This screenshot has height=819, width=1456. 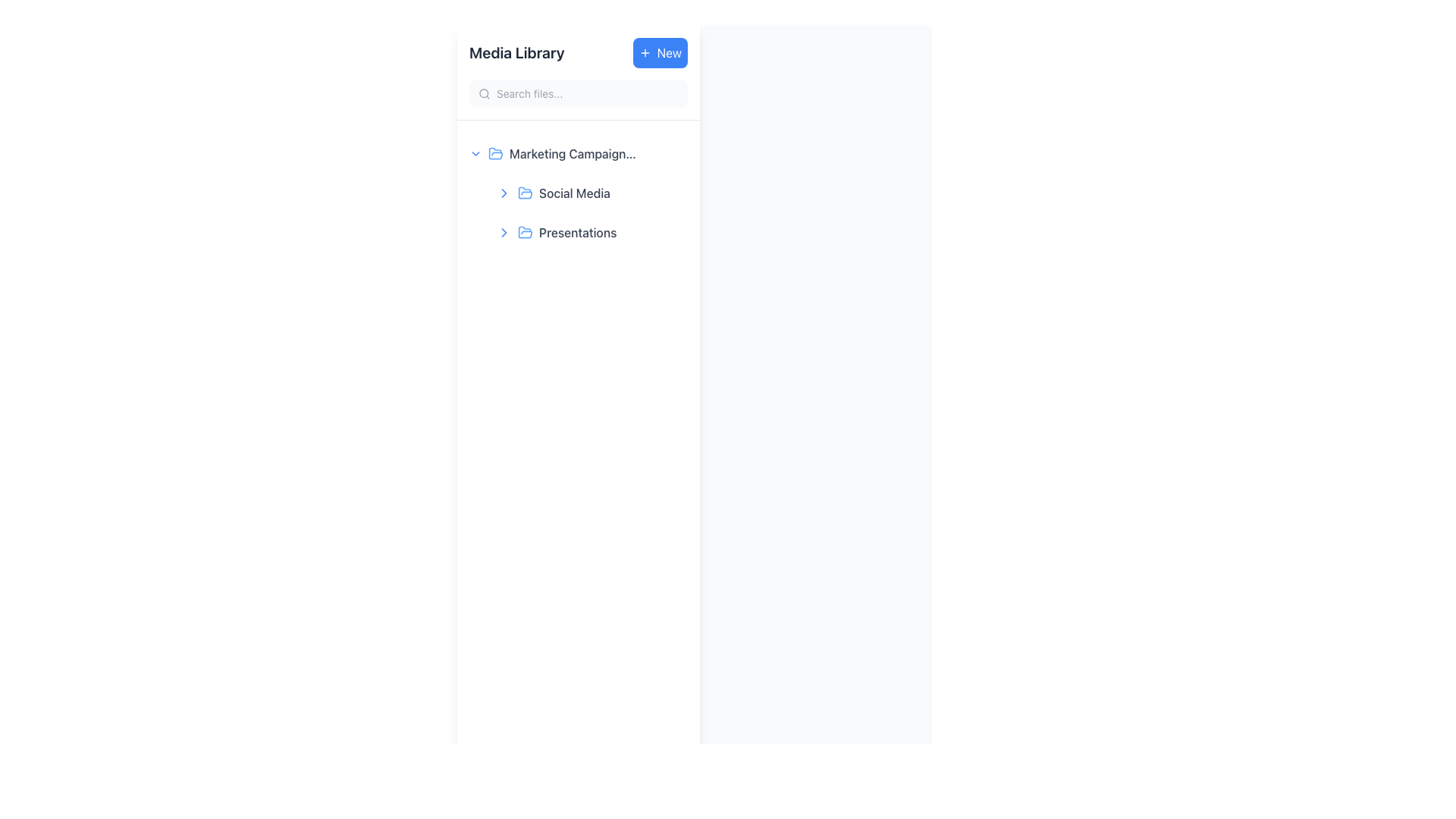 I want to click on the icon representing an open folder located under the 'Marketing Campaign' category, so click(x=525, y=192).